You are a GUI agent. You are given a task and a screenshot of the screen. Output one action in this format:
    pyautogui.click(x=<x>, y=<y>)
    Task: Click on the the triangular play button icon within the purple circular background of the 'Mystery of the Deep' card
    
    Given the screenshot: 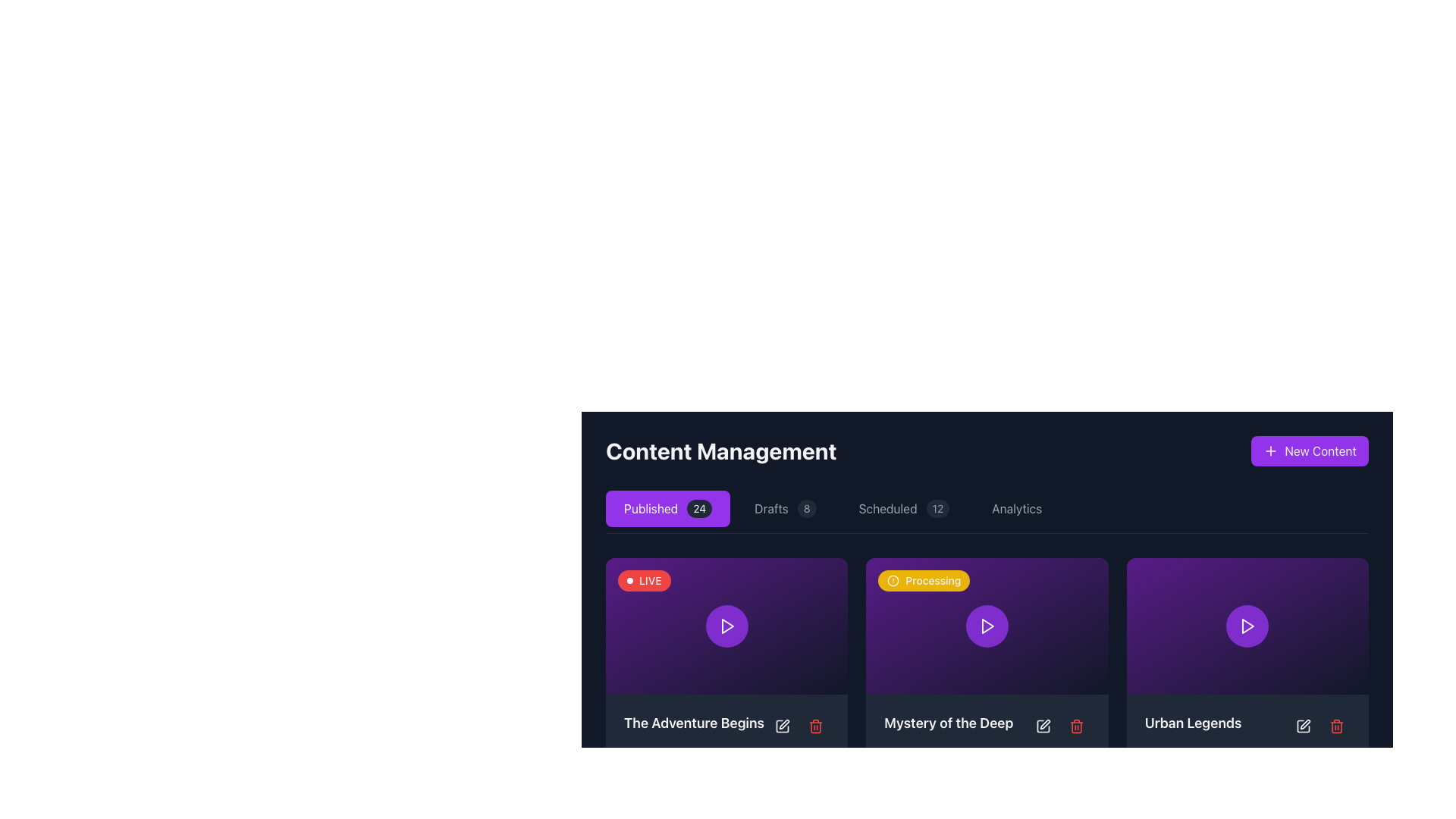 What is the action you would take?
    pyautogui.click(x=987, y=626)
    